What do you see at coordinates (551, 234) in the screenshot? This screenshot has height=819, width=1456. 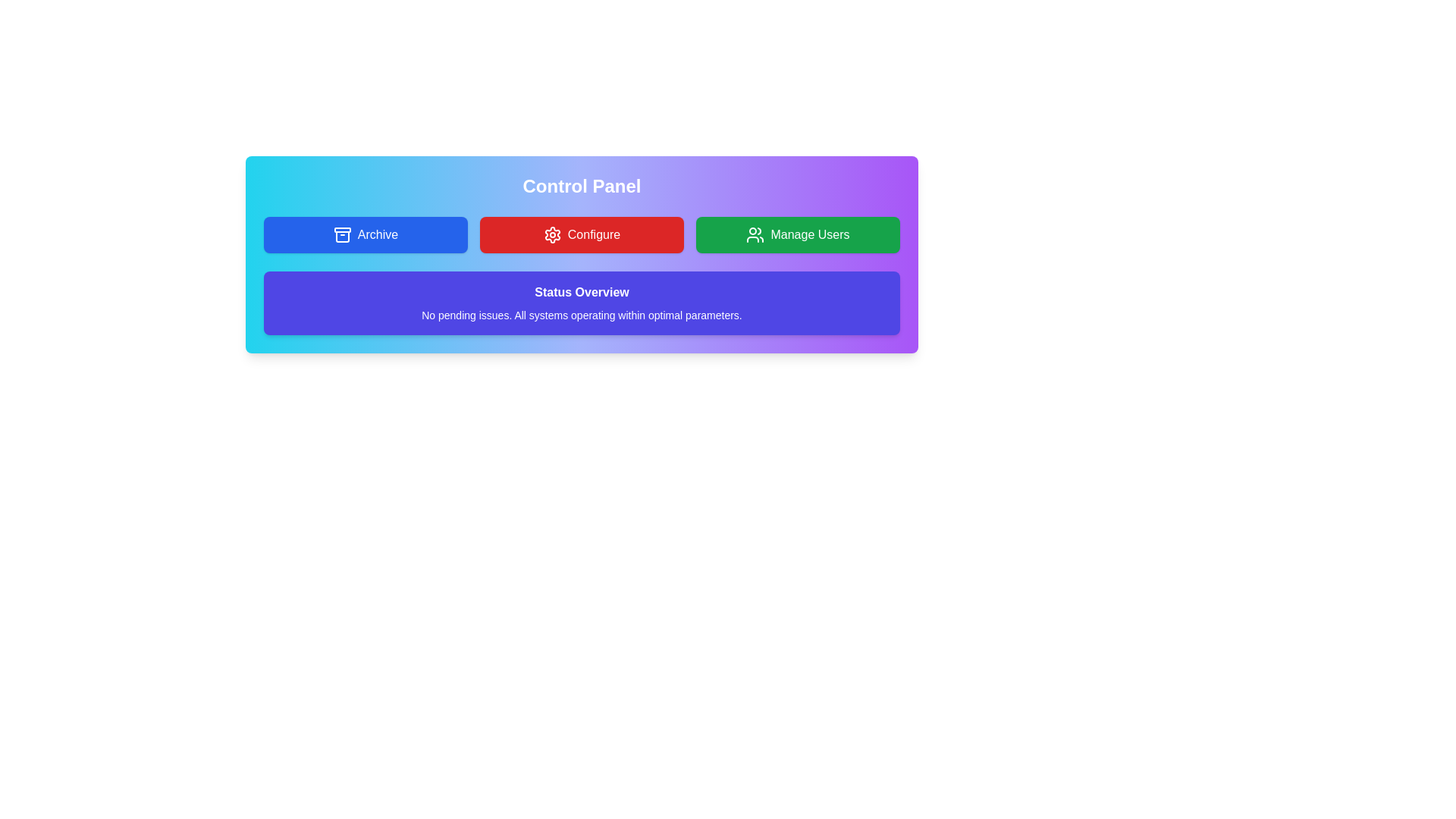 I see `the red gear-like icon within the 'Configure' button` at bounding box center [551, 234].